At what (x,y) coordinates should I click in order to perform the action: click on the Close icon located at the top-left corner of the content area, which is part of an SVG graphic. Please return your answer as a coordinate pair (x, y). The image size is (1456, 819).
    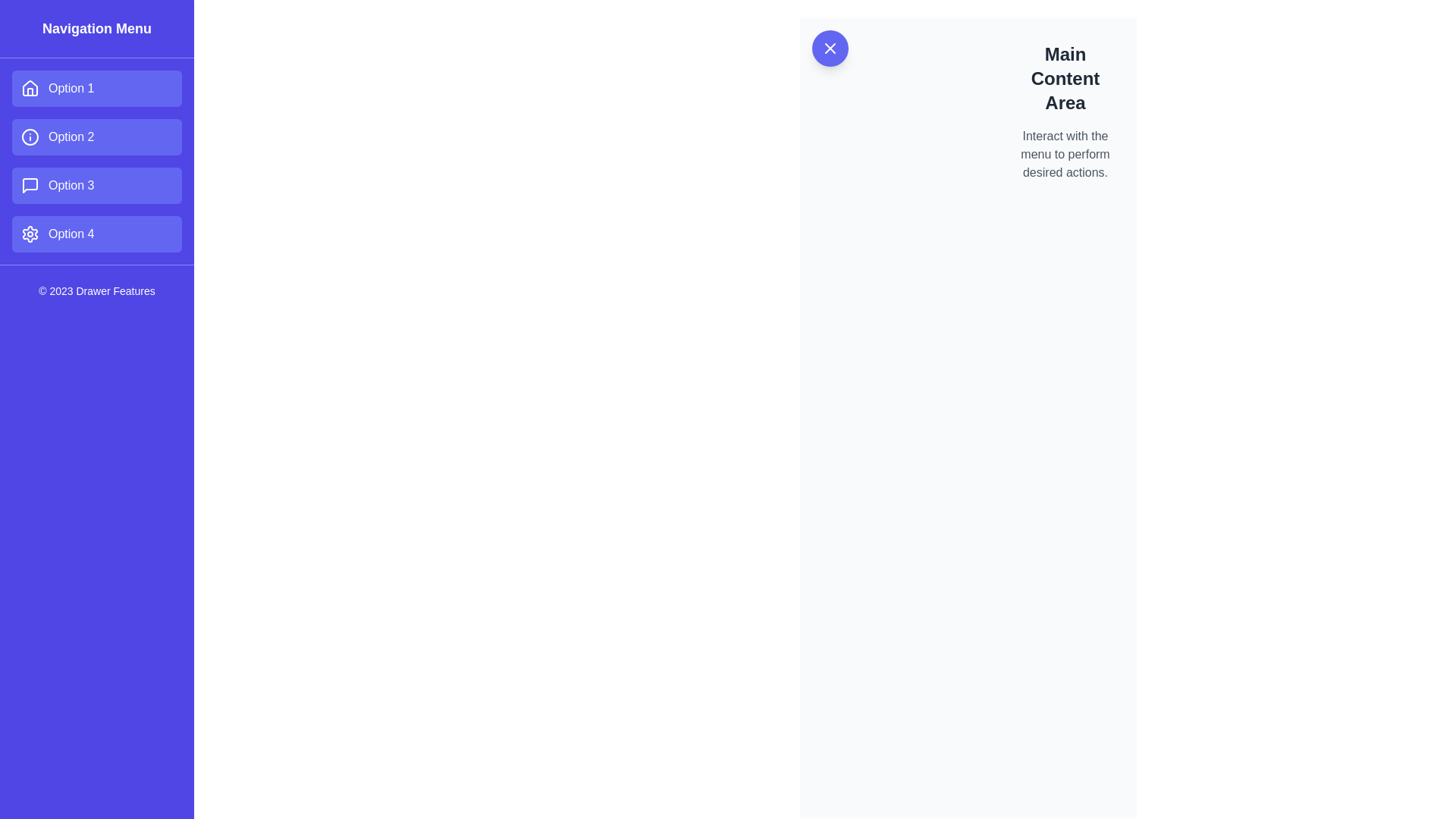
    Looking at the image, I should click on (829, 48).